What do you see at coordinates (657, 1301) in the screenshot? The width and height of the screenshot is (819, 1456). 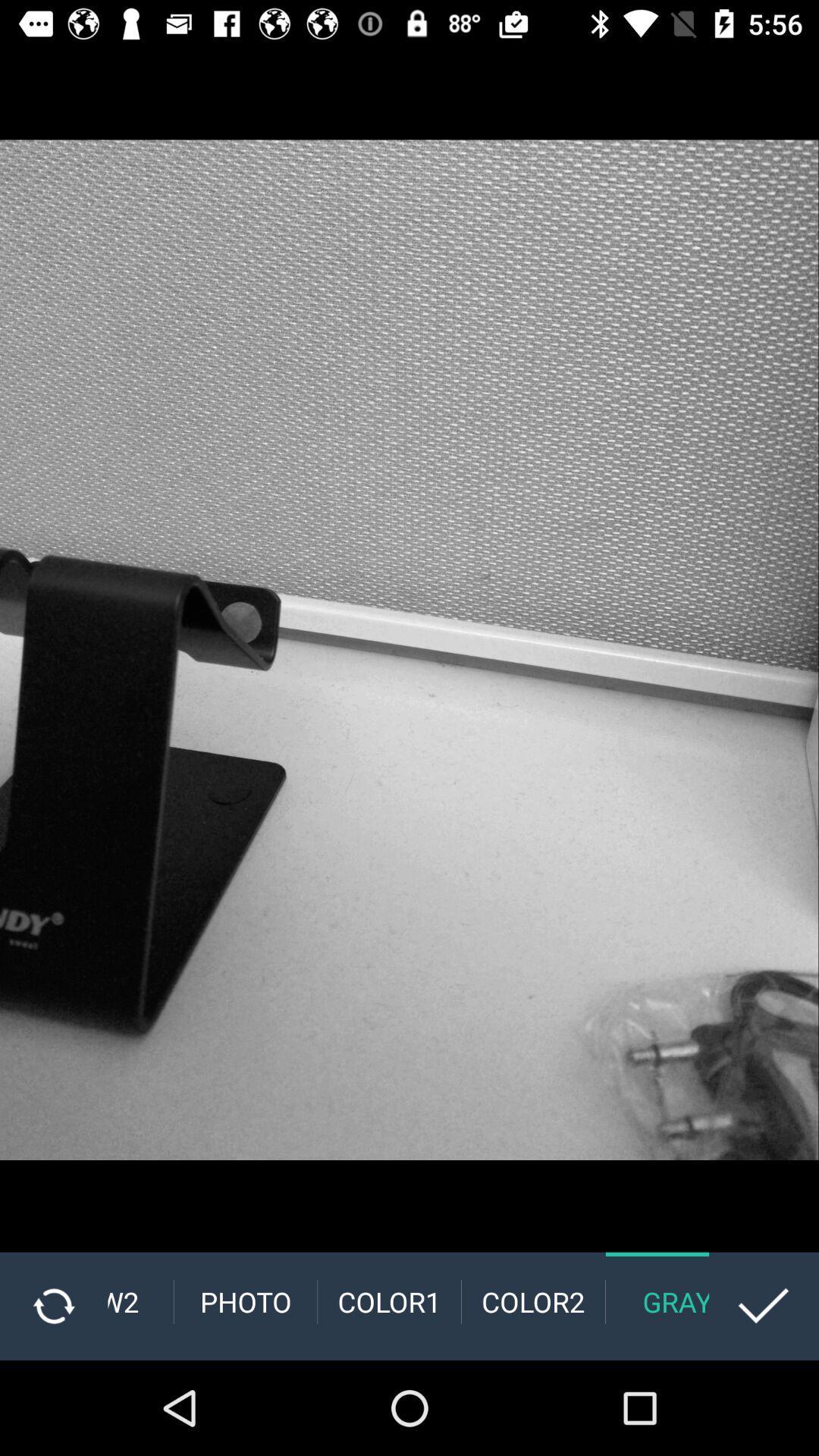 I see `gray item` at bounding box center [657, 1301].